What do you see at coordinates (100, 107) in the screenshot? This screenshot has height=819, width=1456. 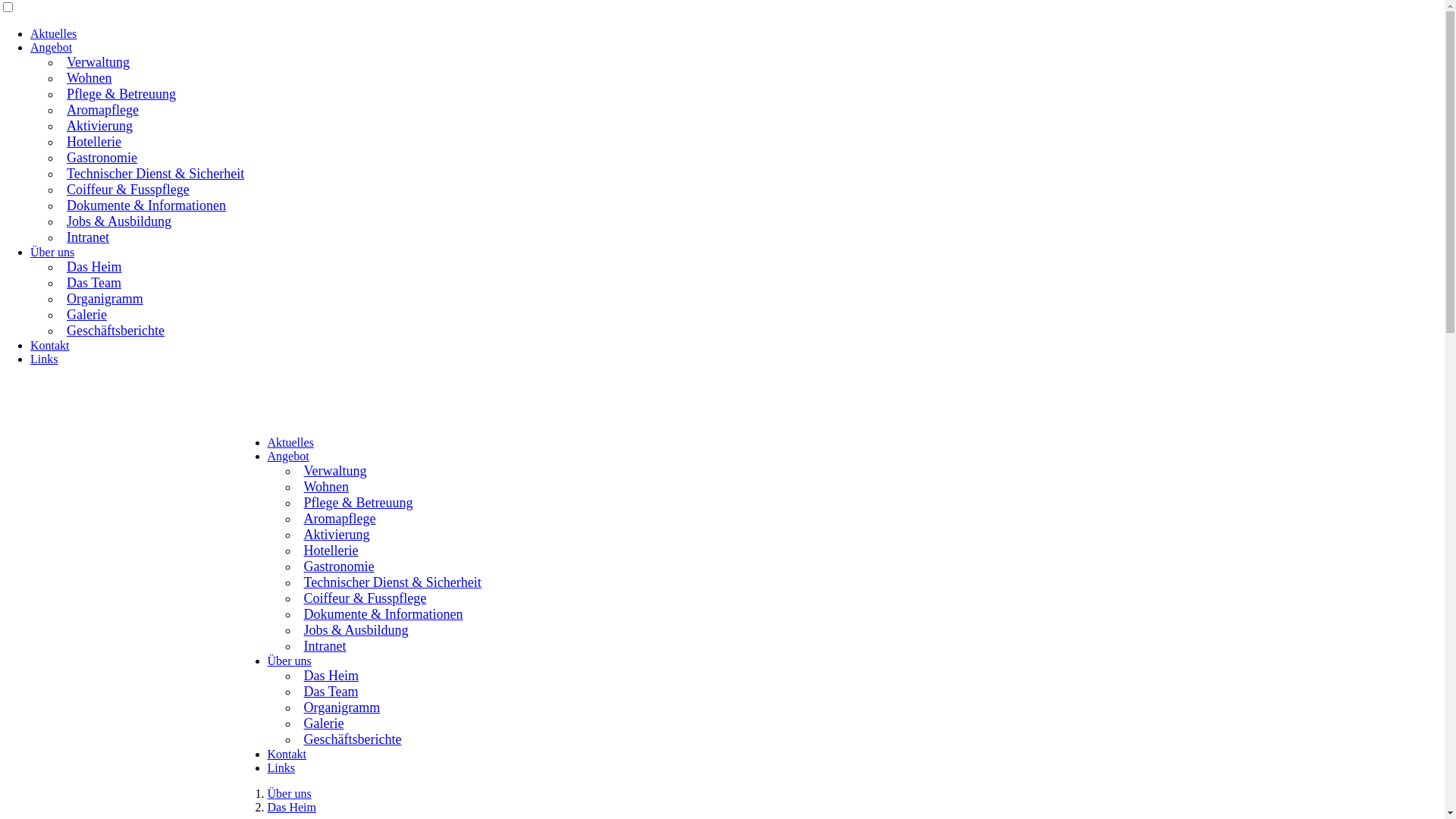 I see `'Aromapflege'` at bounding box center [100, 107].